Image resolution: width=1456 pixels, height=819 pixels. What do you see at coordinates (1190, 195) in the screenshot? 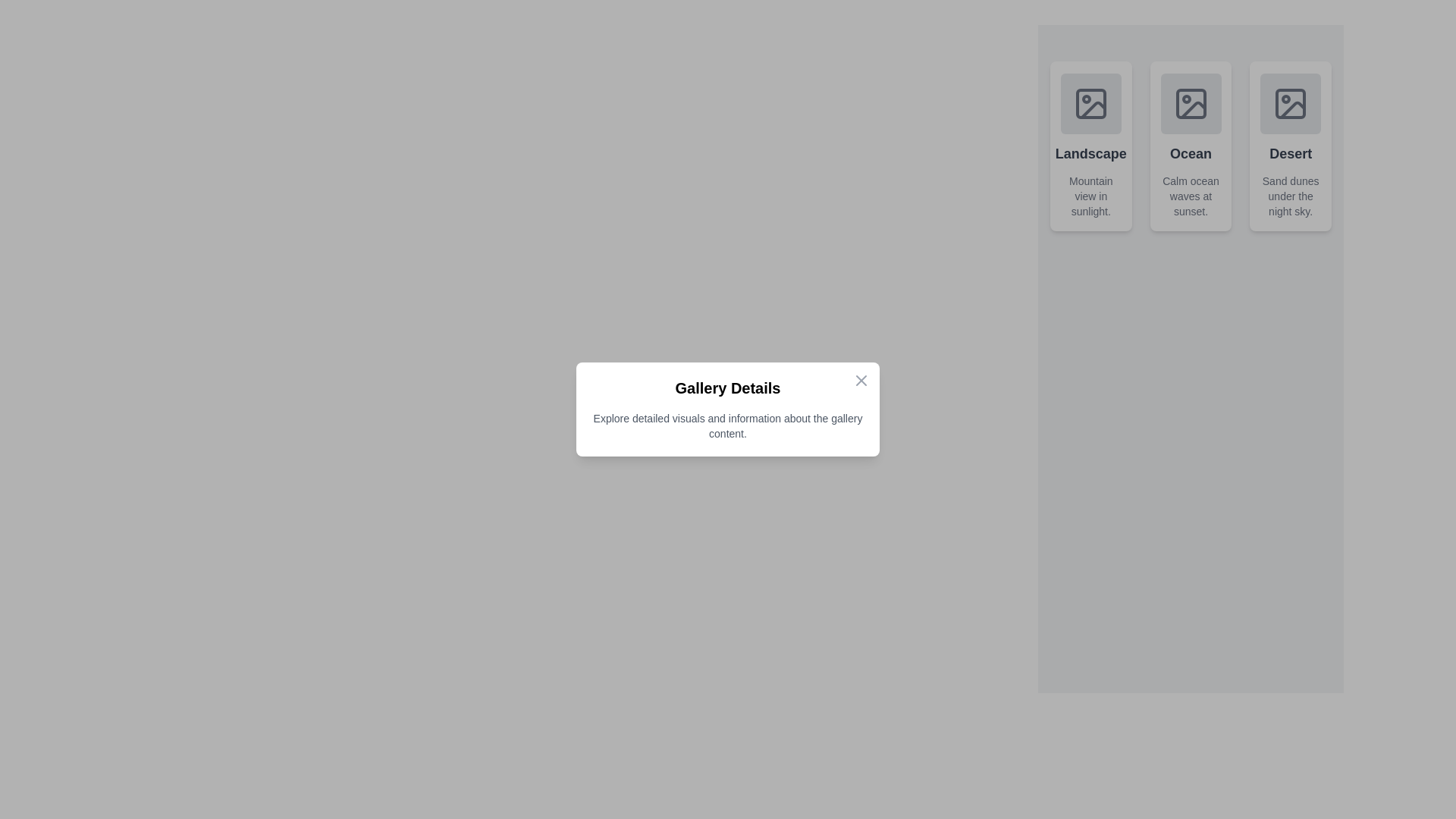
I see `text displayed in the gray colored small font labeled 'Calm ocean waves at sunset' located at the lower section of the 'Ocean' card` at bounding box center [1190, 195].